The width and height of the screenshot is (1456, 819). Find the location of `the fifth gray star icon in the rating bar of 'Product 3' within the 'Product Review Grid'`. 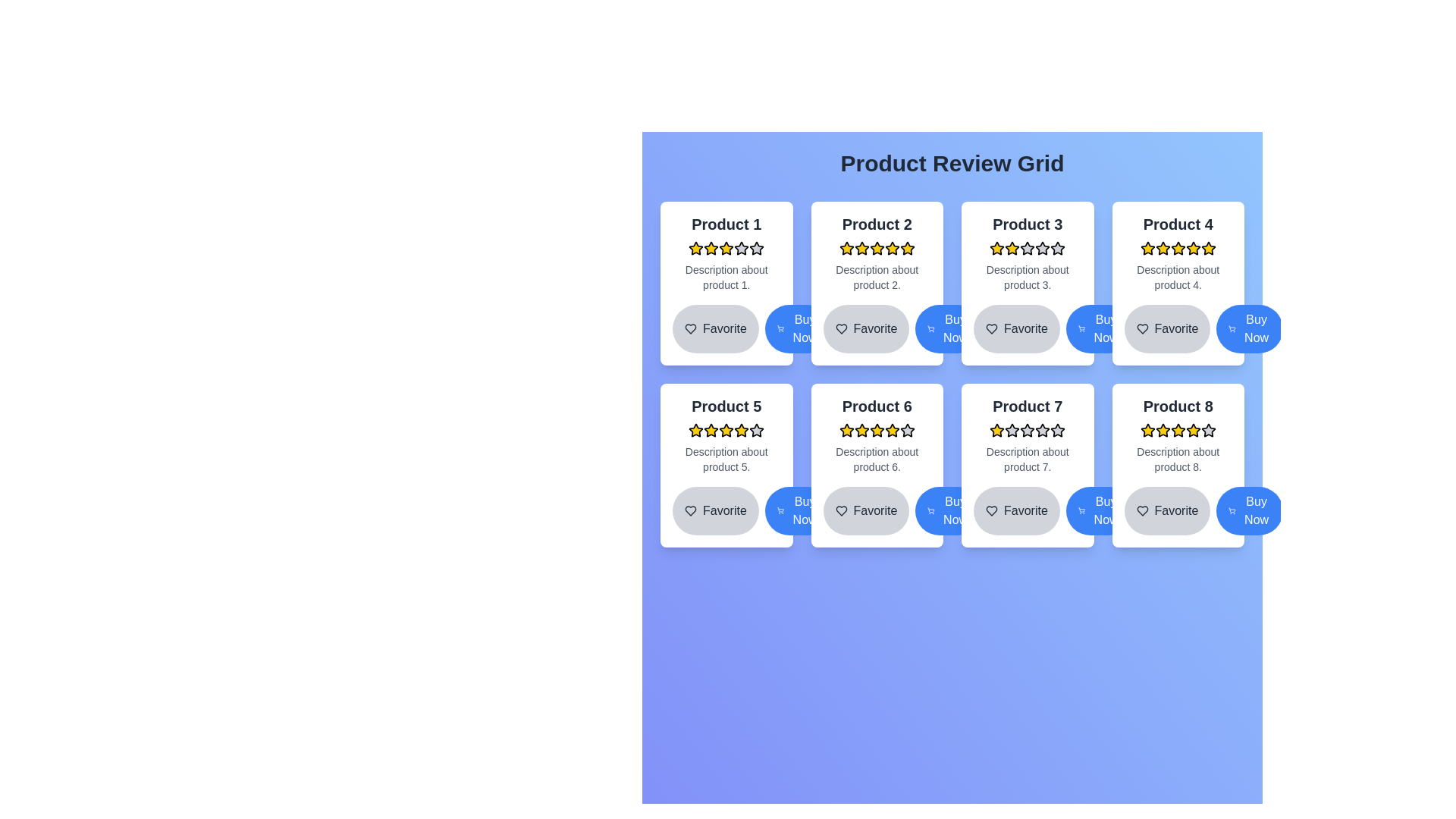

the fifth gray star icon in the rating bar of 'Product 3' within the 'Product Review Grid' is located at coordinates (1041, 247).